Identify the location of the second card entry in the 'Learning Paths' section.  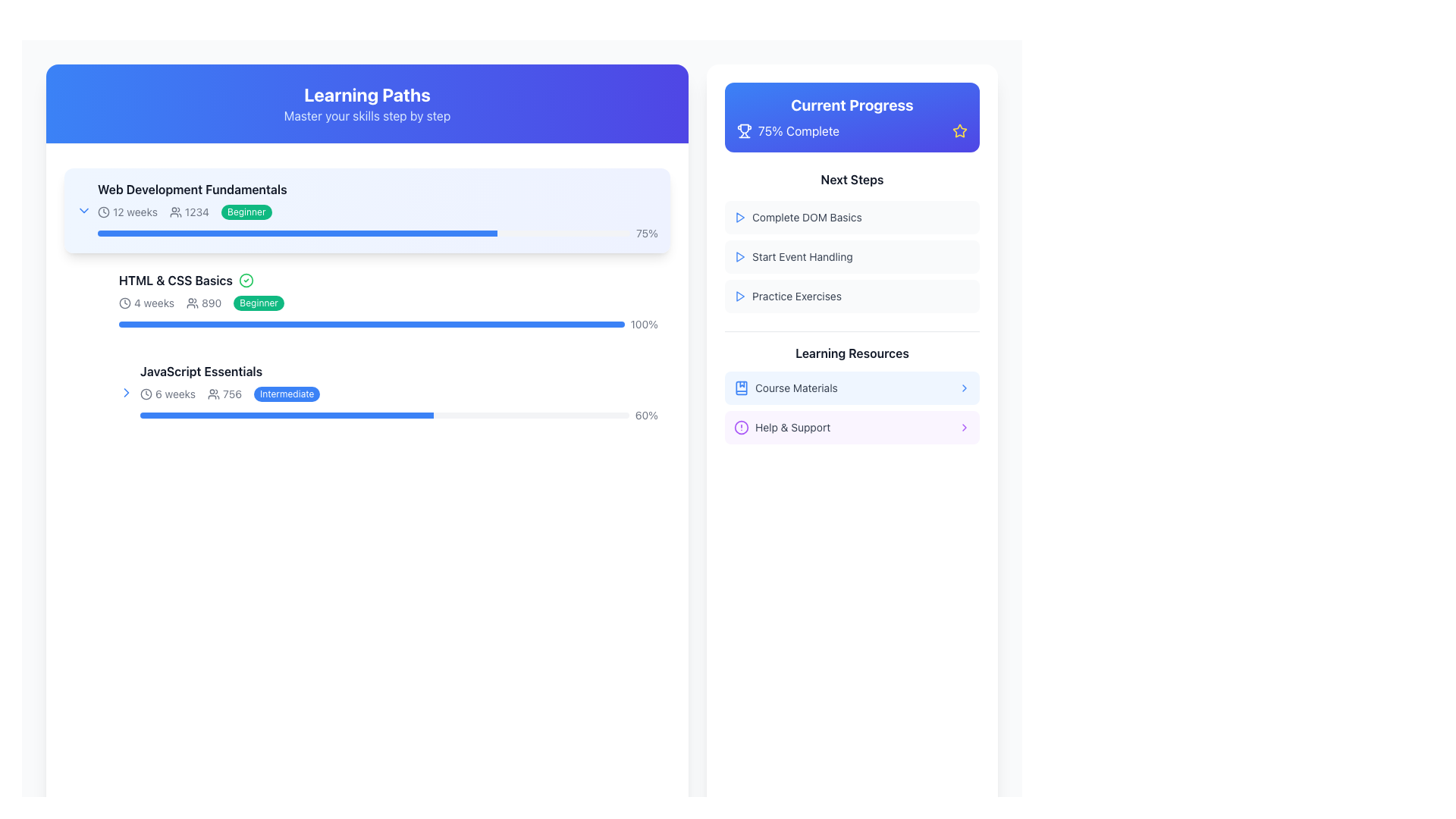
(388, 301).